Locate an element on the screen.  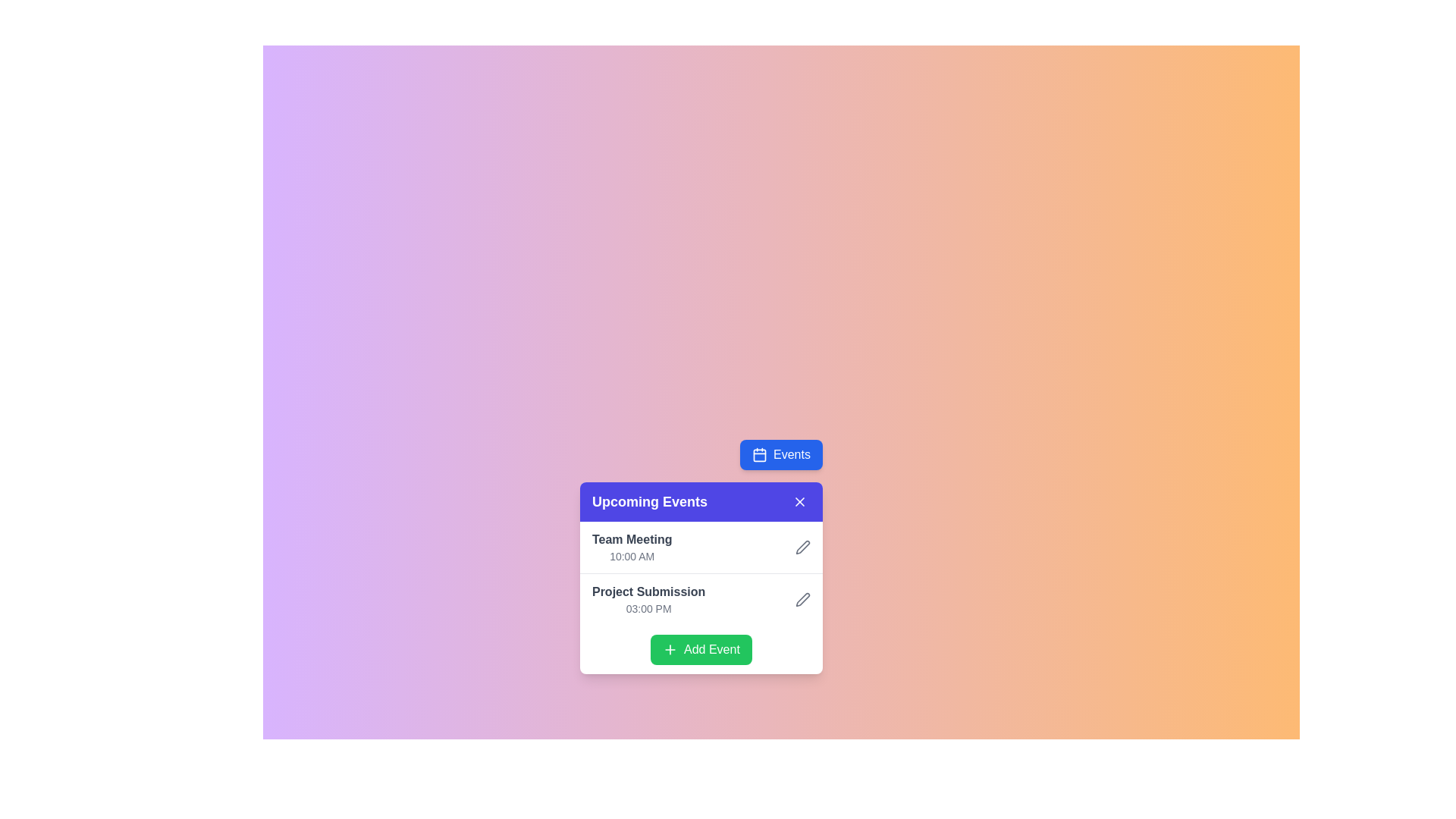
the time label indicating the scheduled time for the 'Project Submission' event located in the lower-right section of the 'Upcoming Events' card is located at coordinates (648, 607).